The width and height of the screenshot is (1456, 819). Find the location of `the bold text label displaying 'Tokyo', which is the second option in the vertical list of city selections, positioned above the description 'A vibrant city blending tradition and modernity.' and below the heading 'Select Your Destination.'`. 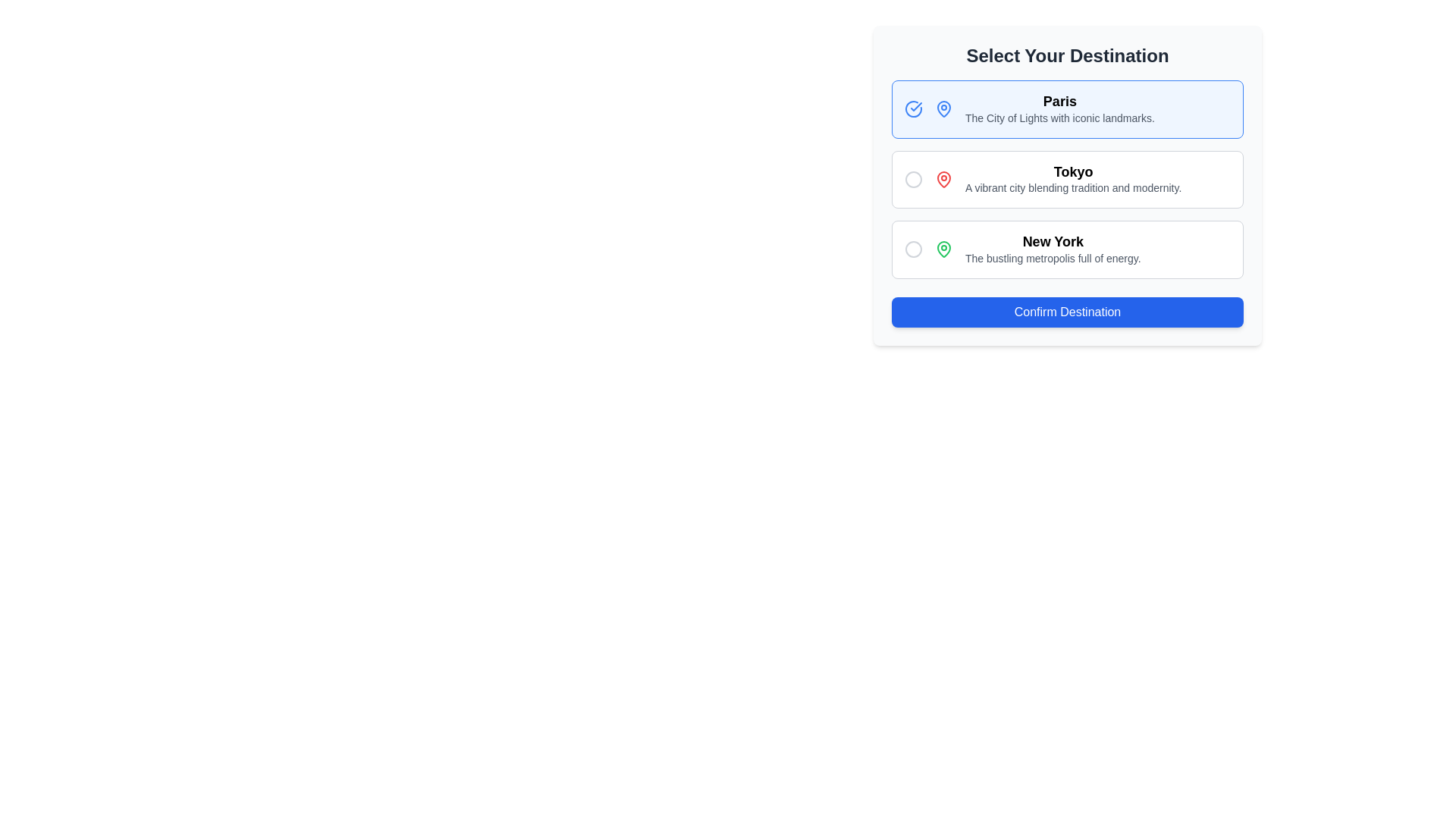

the bold text label displaying 'Tokyo', which is the second option in the vertical list of city selections, positioned above the description 'A vibrant city blending tradition and modernity.' and below the heading 'Select Your Destination.' is located at coordinates (1072, 171).